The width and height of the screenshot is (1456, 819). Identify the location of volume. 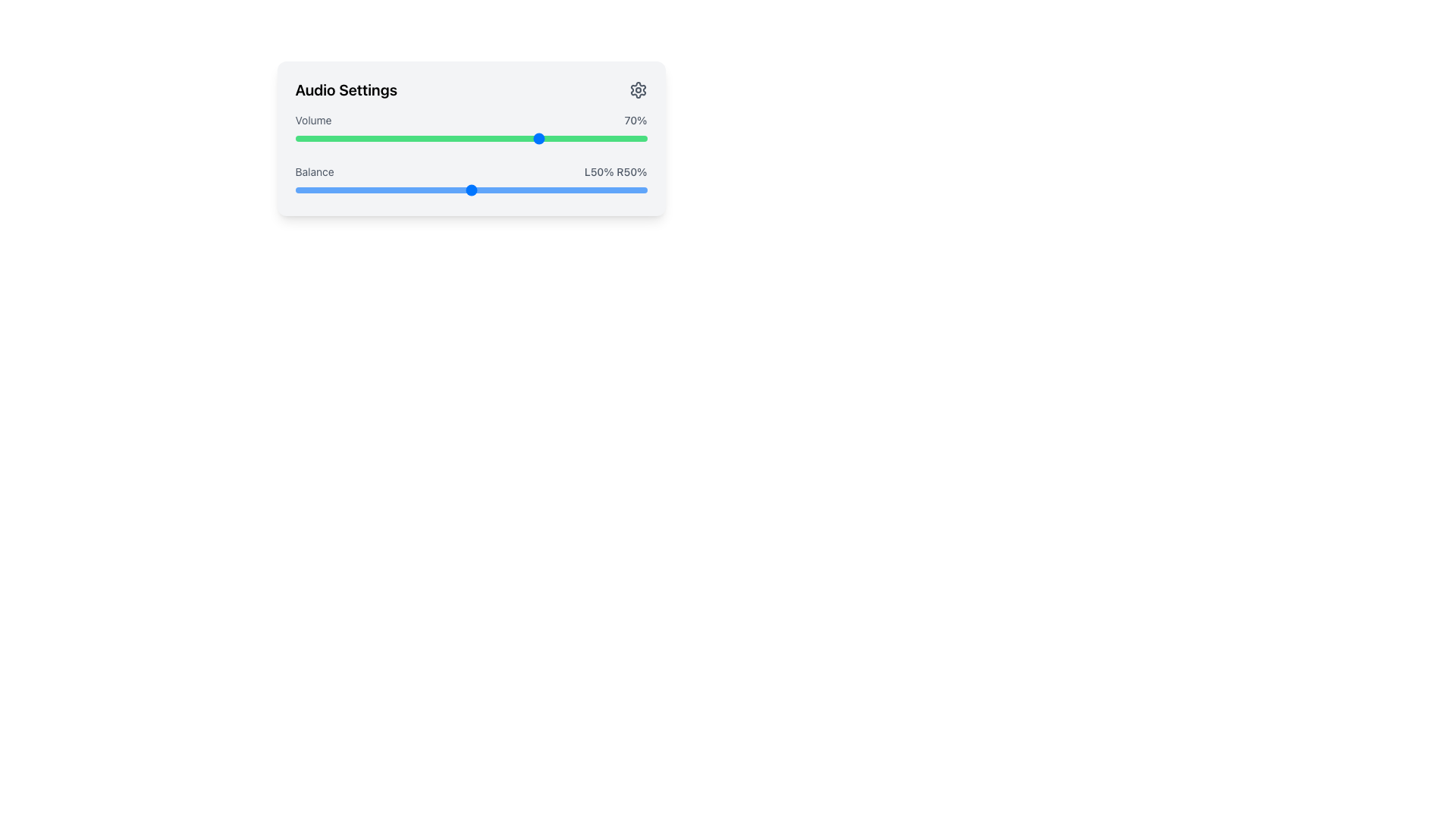
(456, 138).